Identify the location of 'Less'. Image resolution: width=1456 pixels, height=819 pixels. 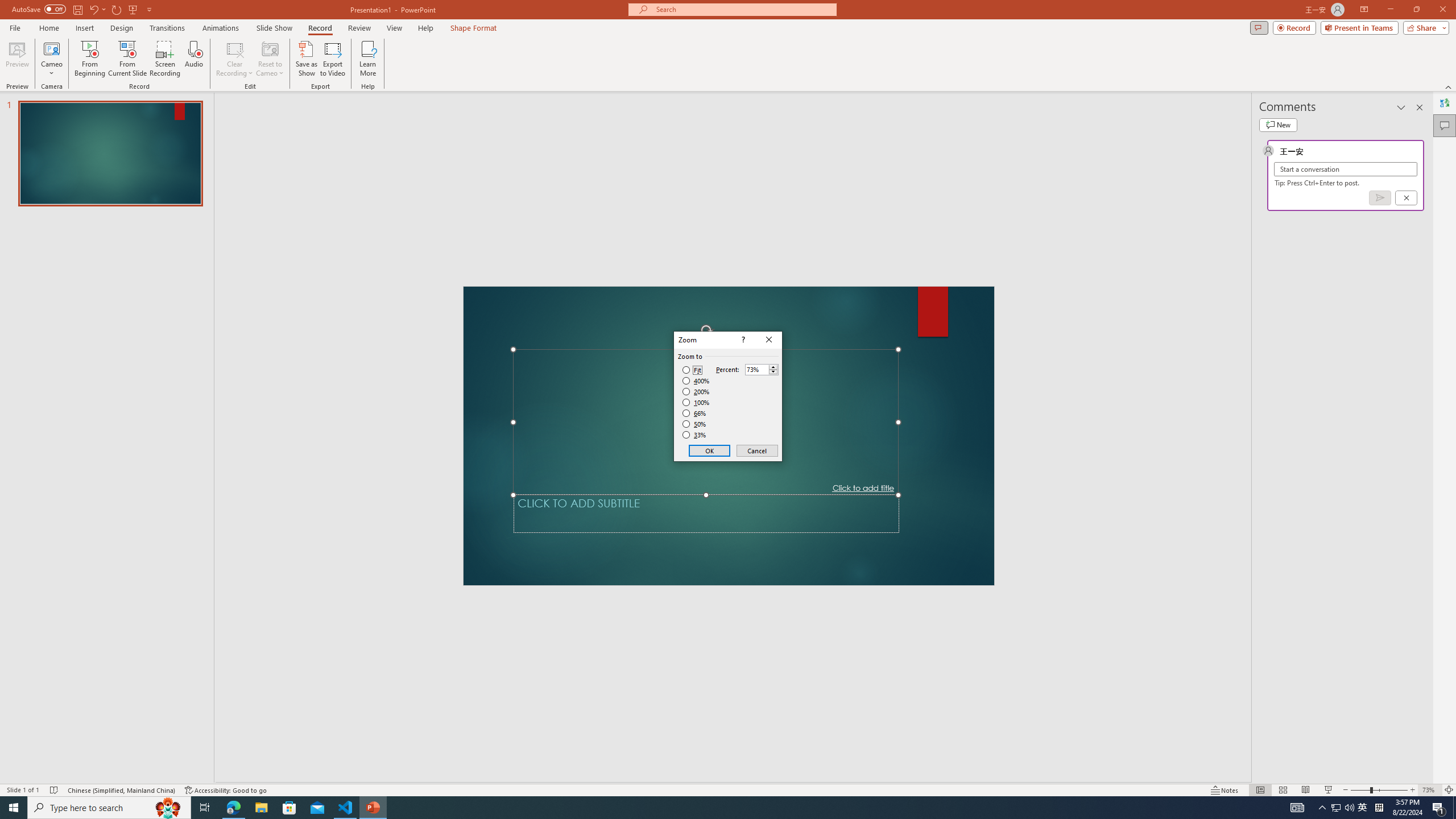
(772, 372).